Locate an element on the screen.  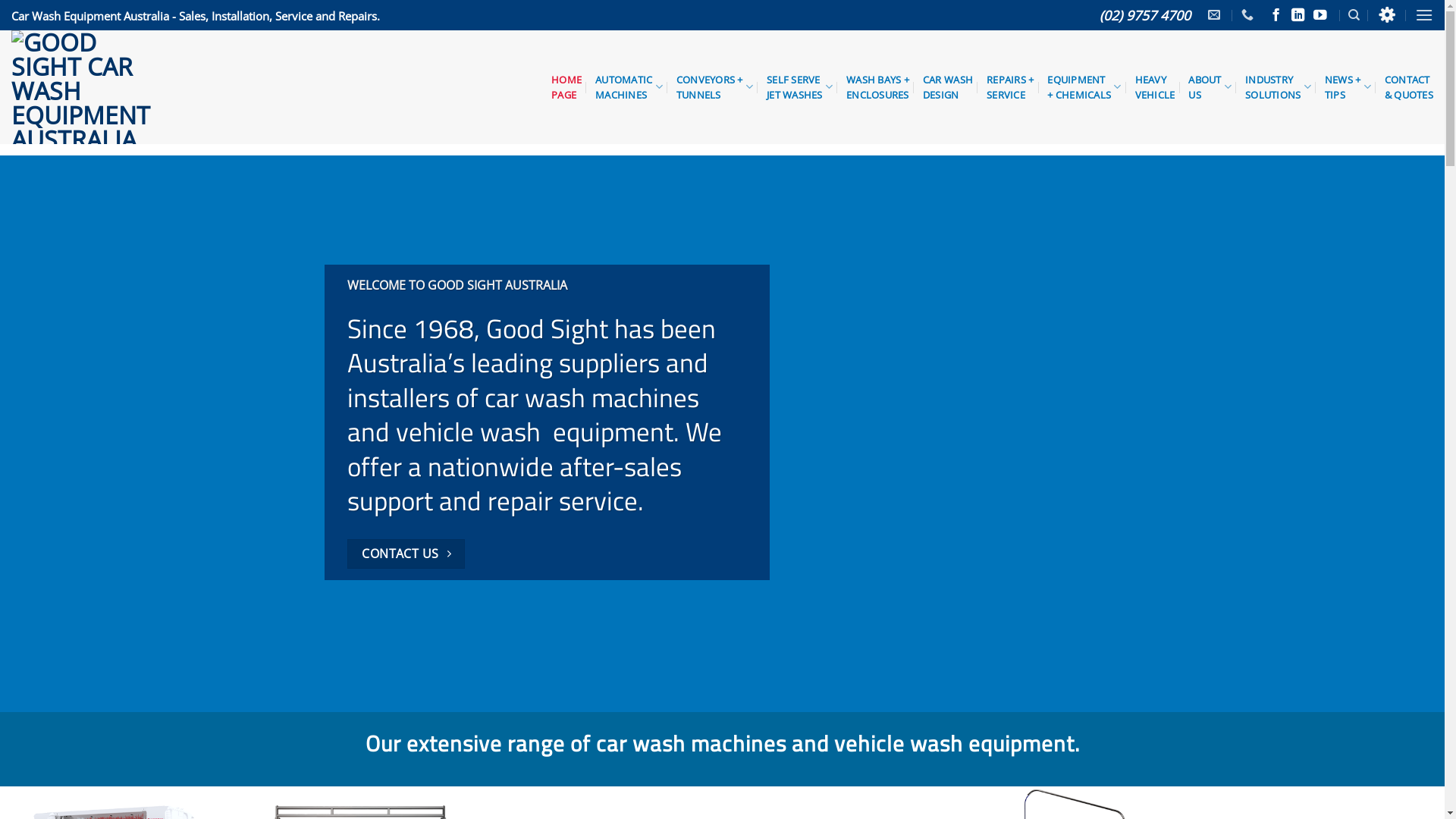
'CONTACT US' is located at coordinates (406, 554).